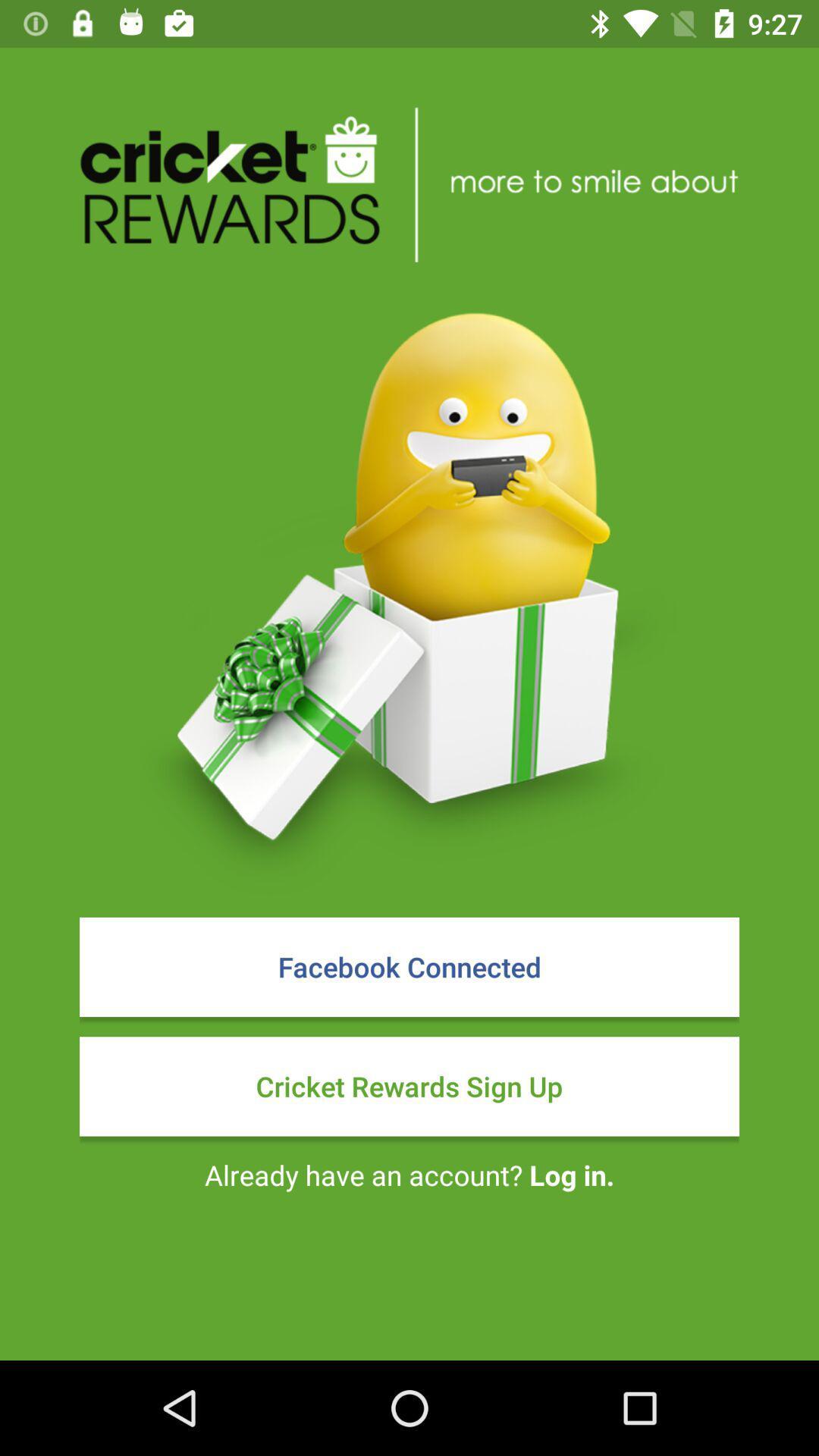  Describe the element at coordinates (409, 966) in the screenshot. I see `the facebook connected icon` at that location.